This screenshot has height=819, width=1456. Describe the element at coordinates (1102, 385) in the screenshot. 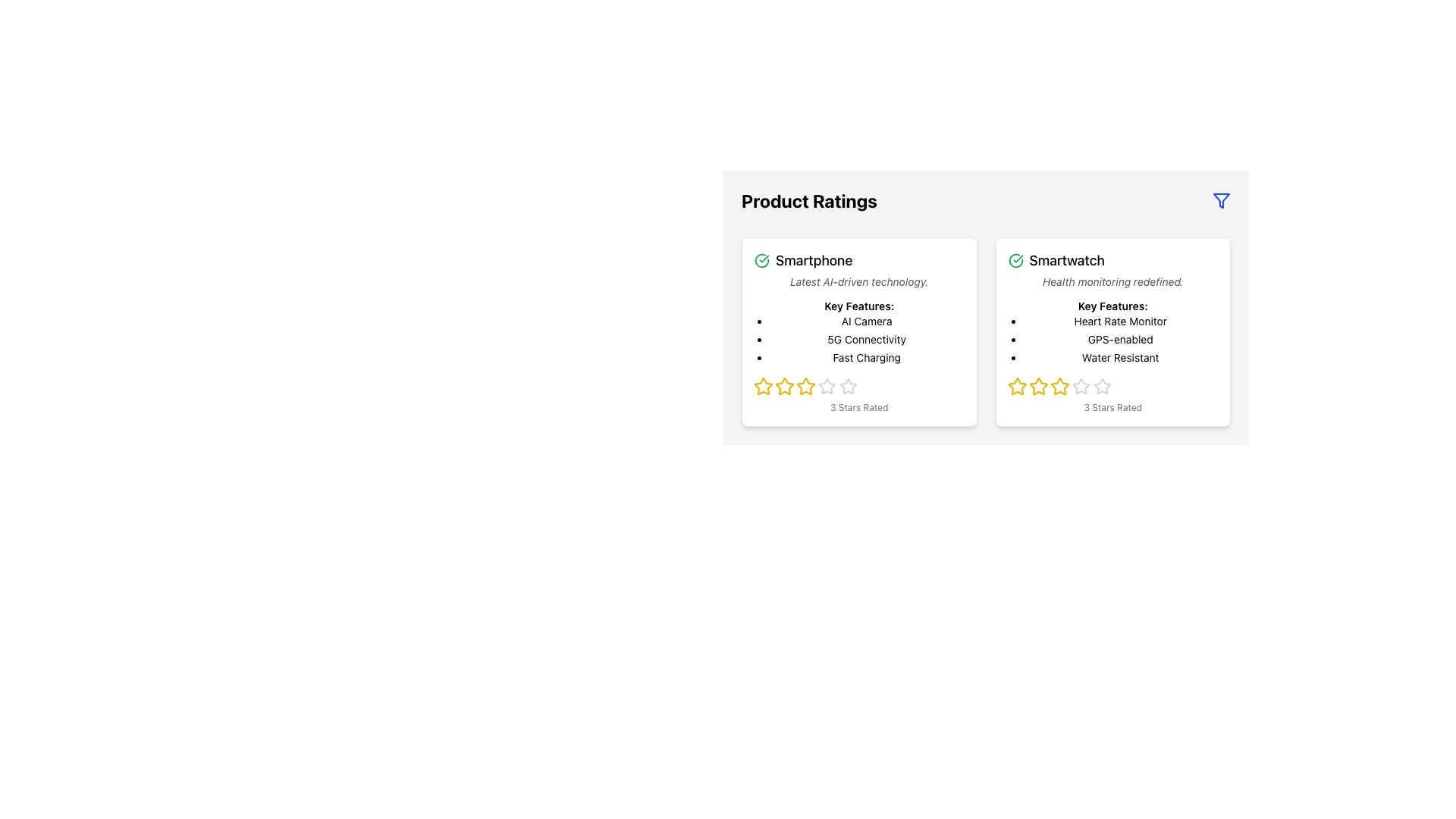

I see `the fourth star` at that location.